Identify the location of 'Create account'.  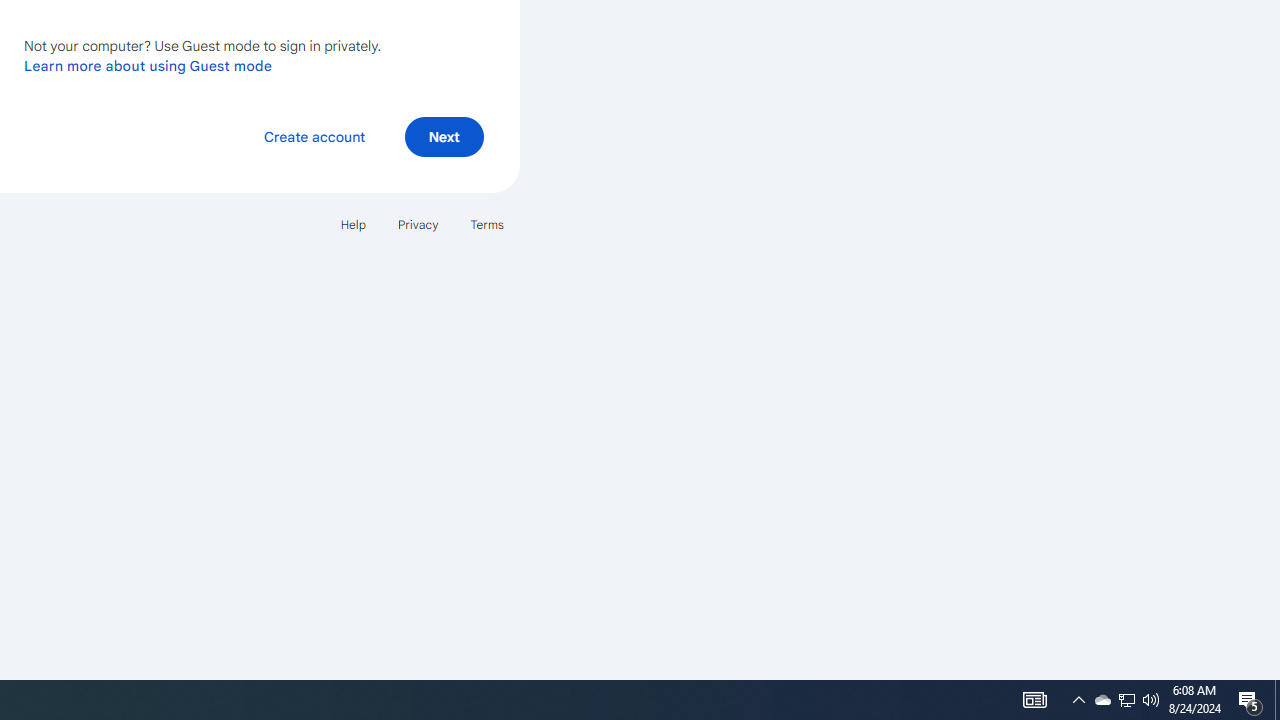
(313, 135).